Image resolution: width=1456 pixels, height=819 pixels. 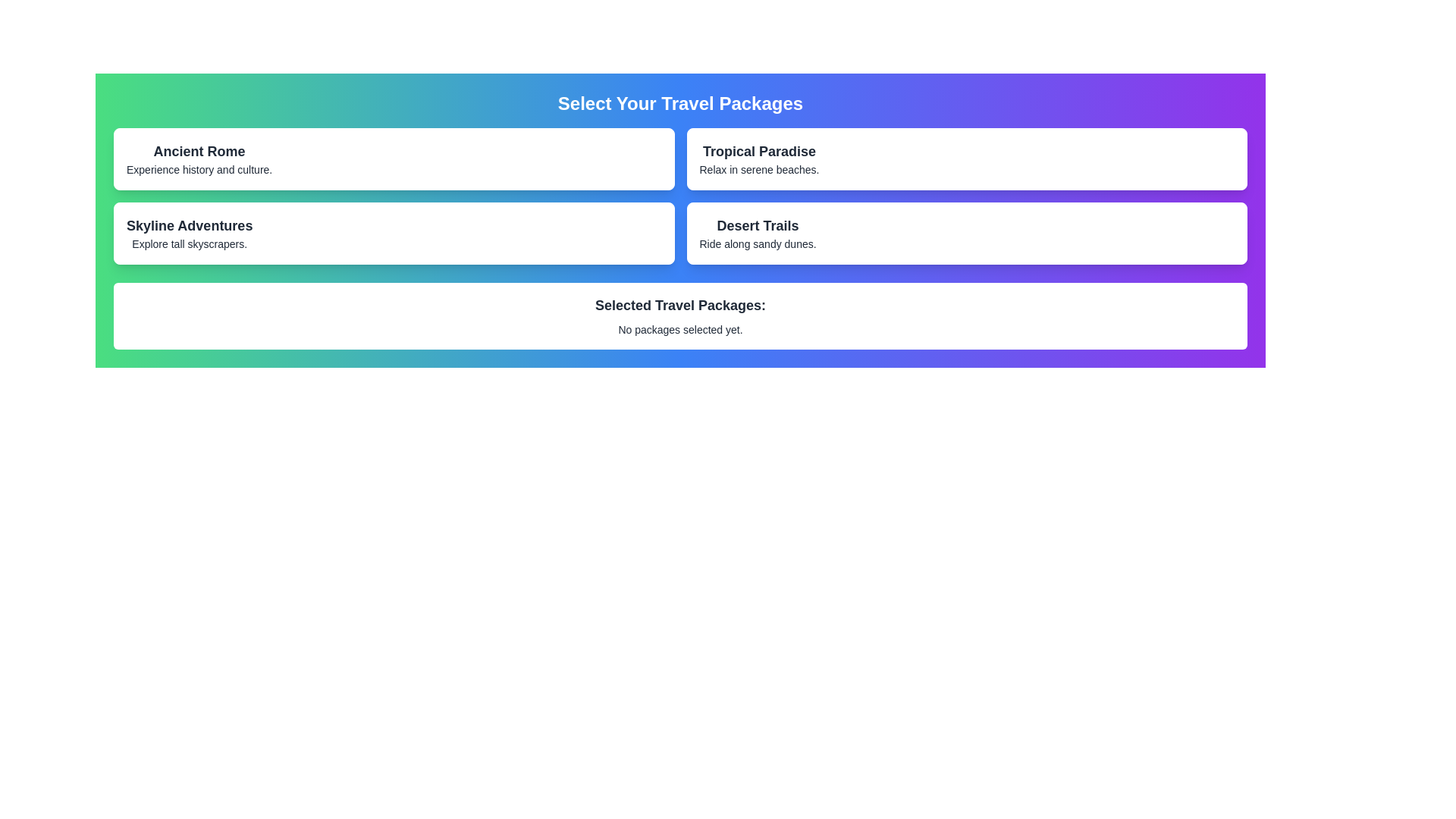 I want to click on status information from the text label that states 'No packages selected yet.' positioned beneath the 'Selected Travel Packages:' heading, so click(x=679, y=329).